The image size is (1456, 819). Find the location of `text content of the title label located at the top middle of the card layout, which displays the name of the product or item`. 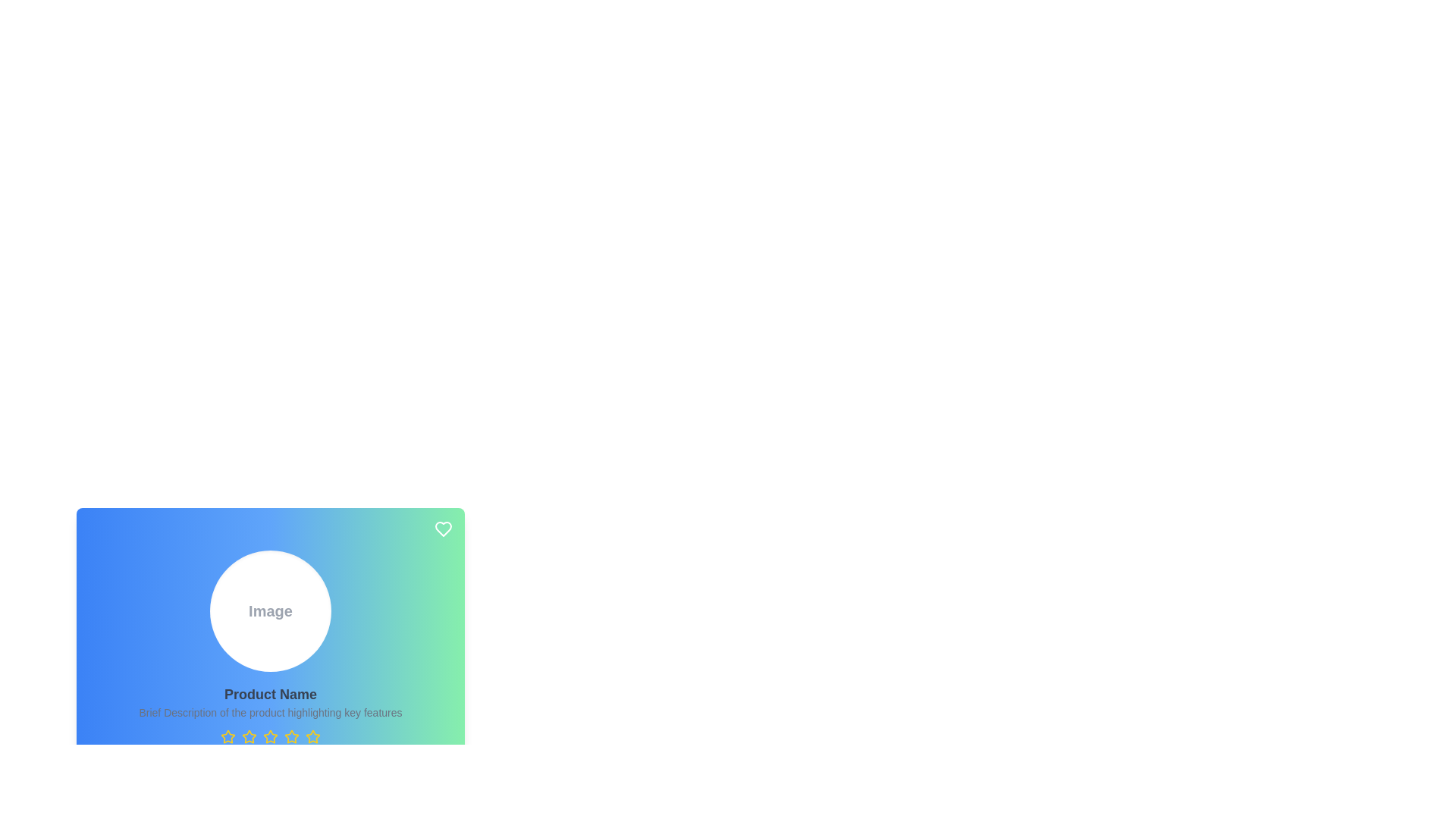

text content of the title label located at the top middle of the card layout, which displays the name of the product or item is located at coordinates (270, 694).